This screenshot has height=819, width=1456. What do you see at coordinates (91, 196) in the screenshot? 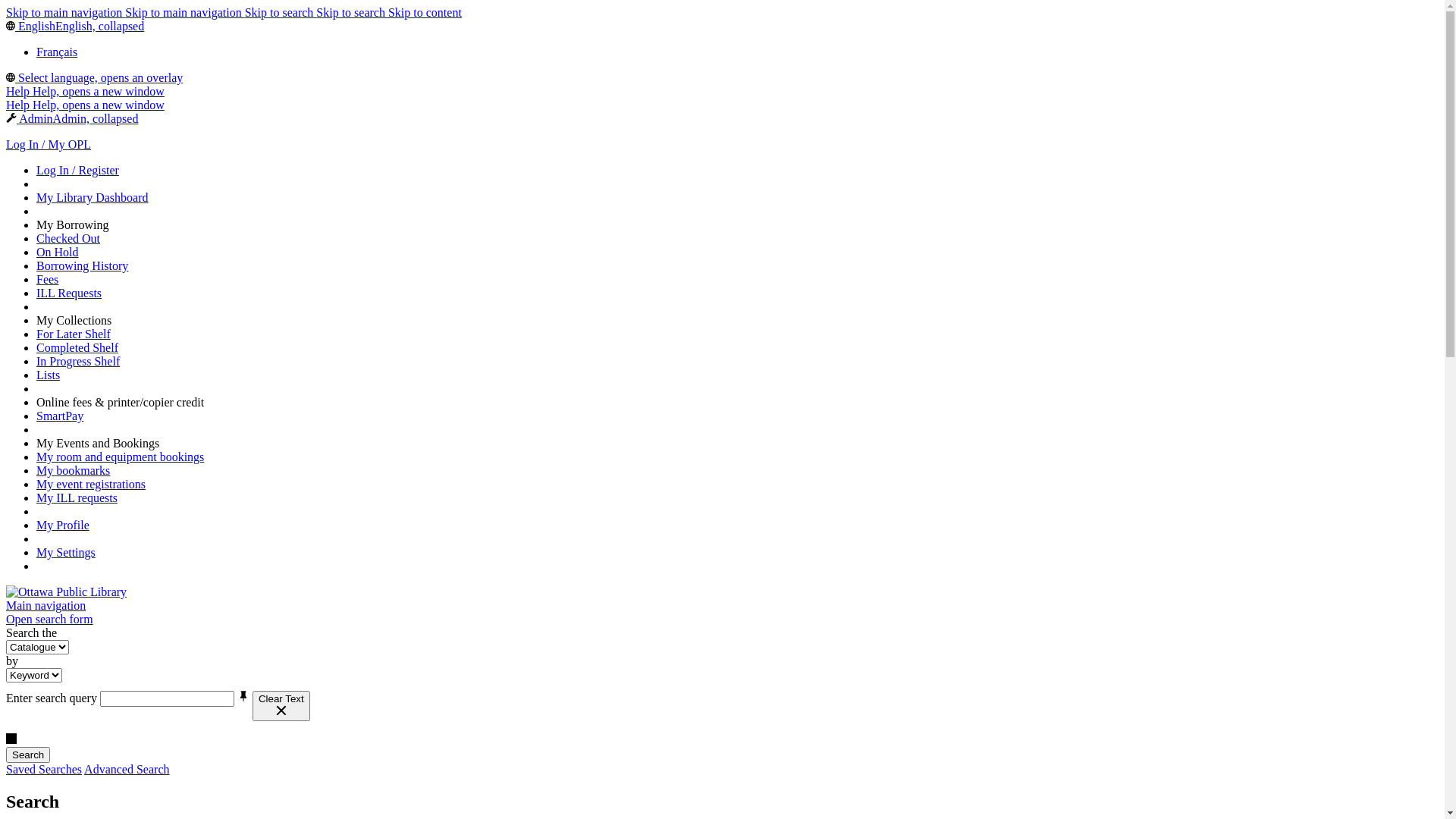
I see `'My Library Dashboard'` at bounding box center [91, 196].